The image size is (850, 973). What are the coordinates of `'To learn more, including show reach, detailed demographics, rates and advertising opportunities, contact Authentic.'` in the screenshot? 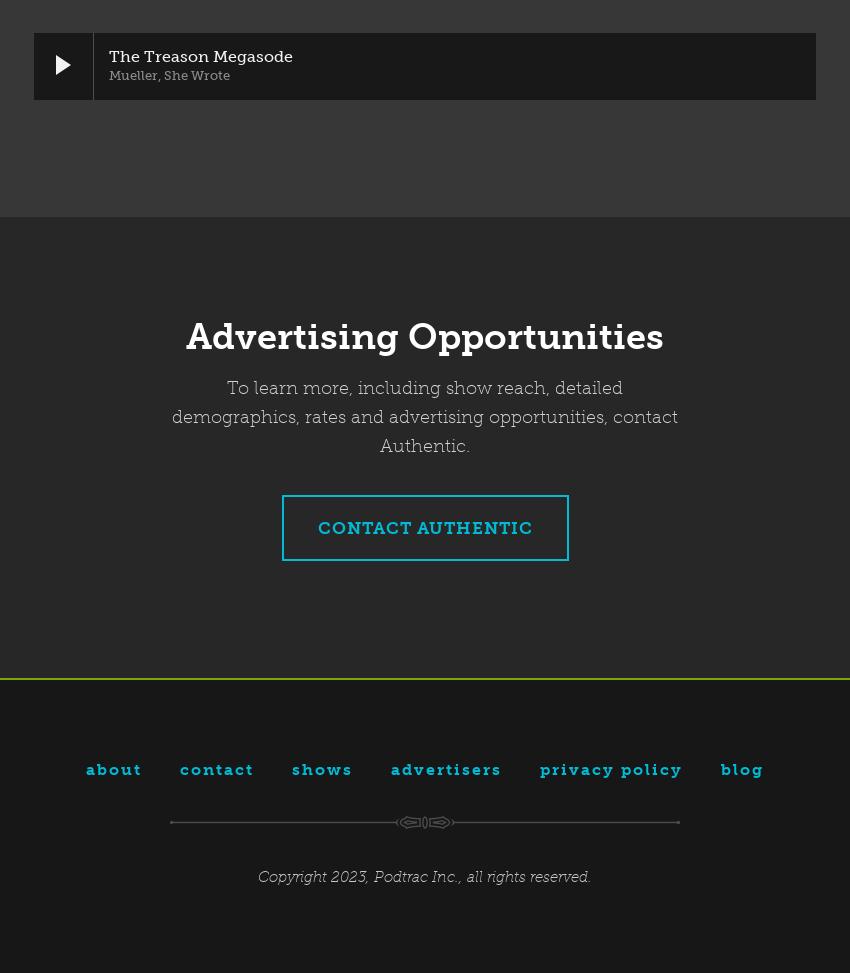 It's located at (425, 417).